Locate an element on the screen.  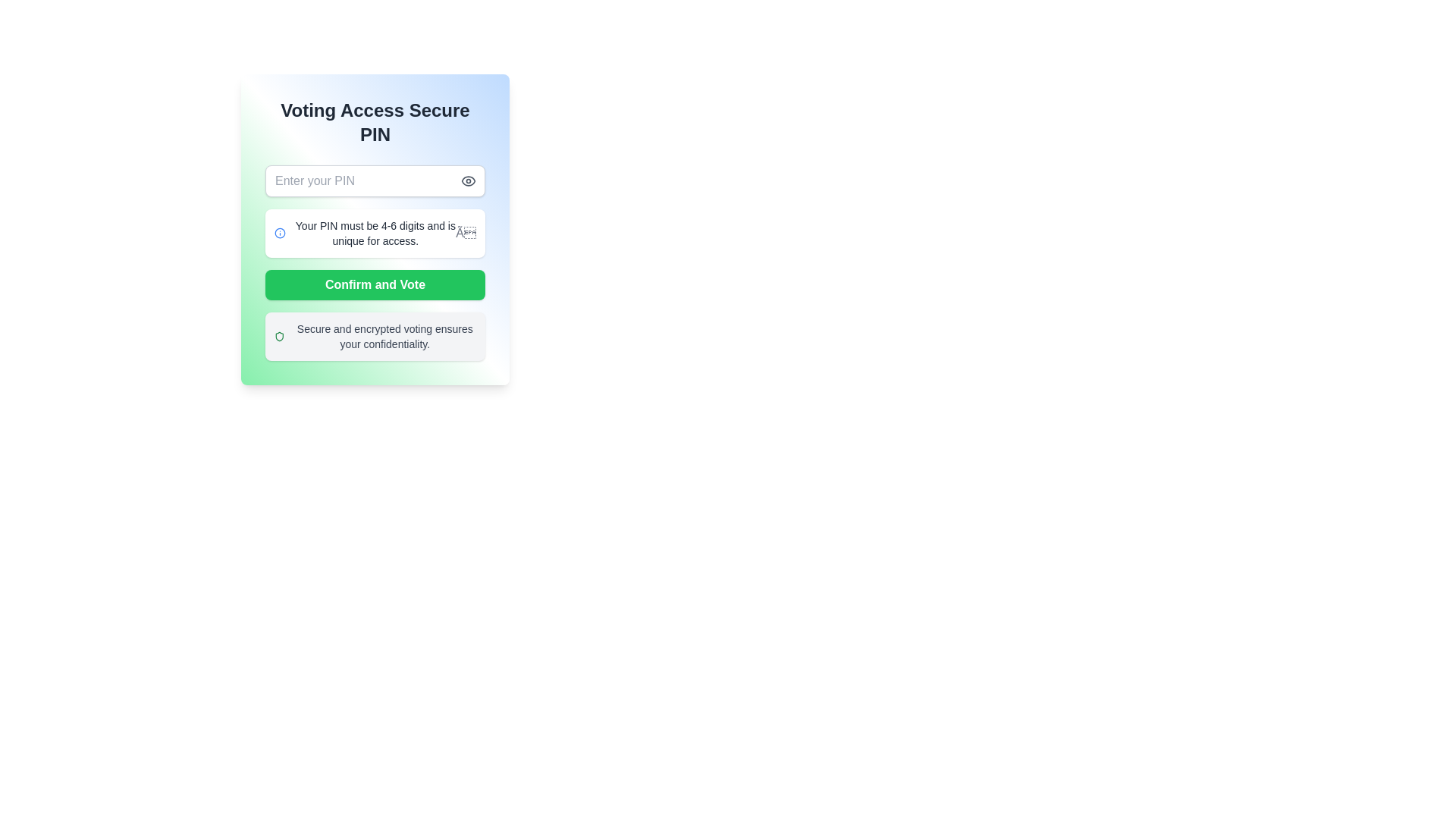
the green button labeled 'Confirm and Vote' located in the middle section of the card layout to confirm and submit the vote is located at coordinates (375, 284).